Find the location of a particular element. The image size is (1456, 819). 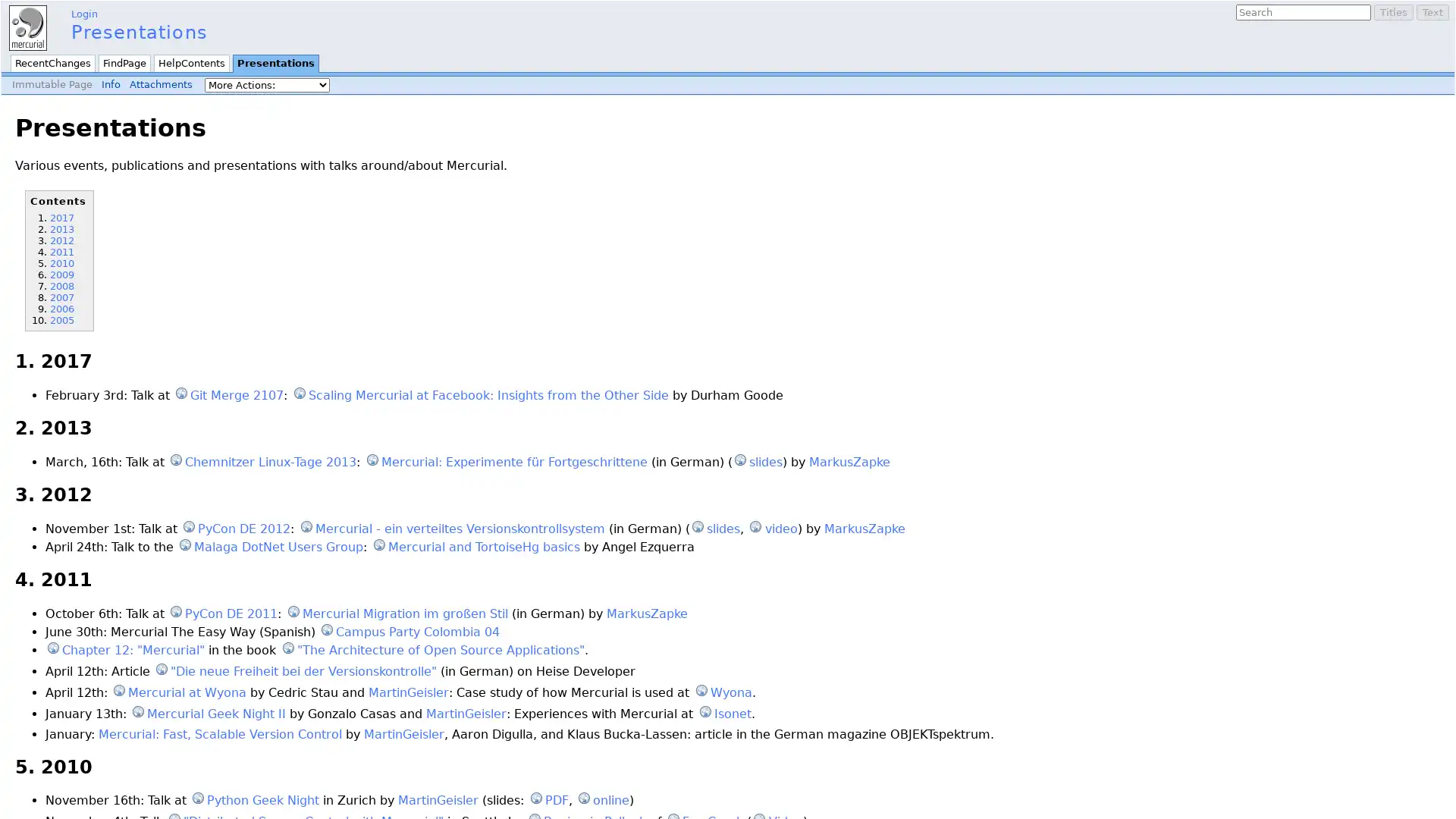

Text is located at coordinates (1432, 12).